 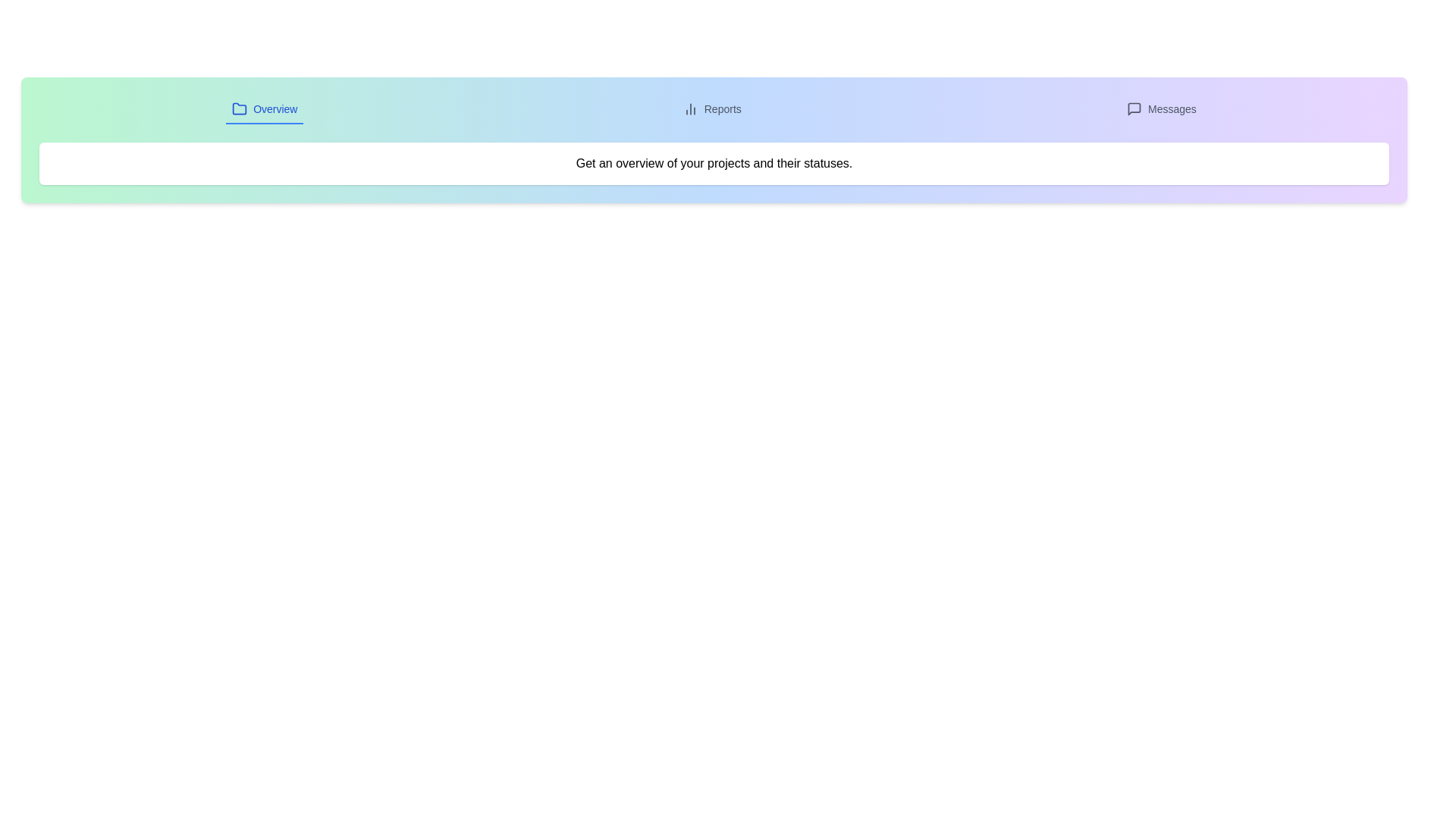 What do you see at coordinates (711, 109) in the screenshot?
I see `the Reports tab` at bounding box center [711, 109].